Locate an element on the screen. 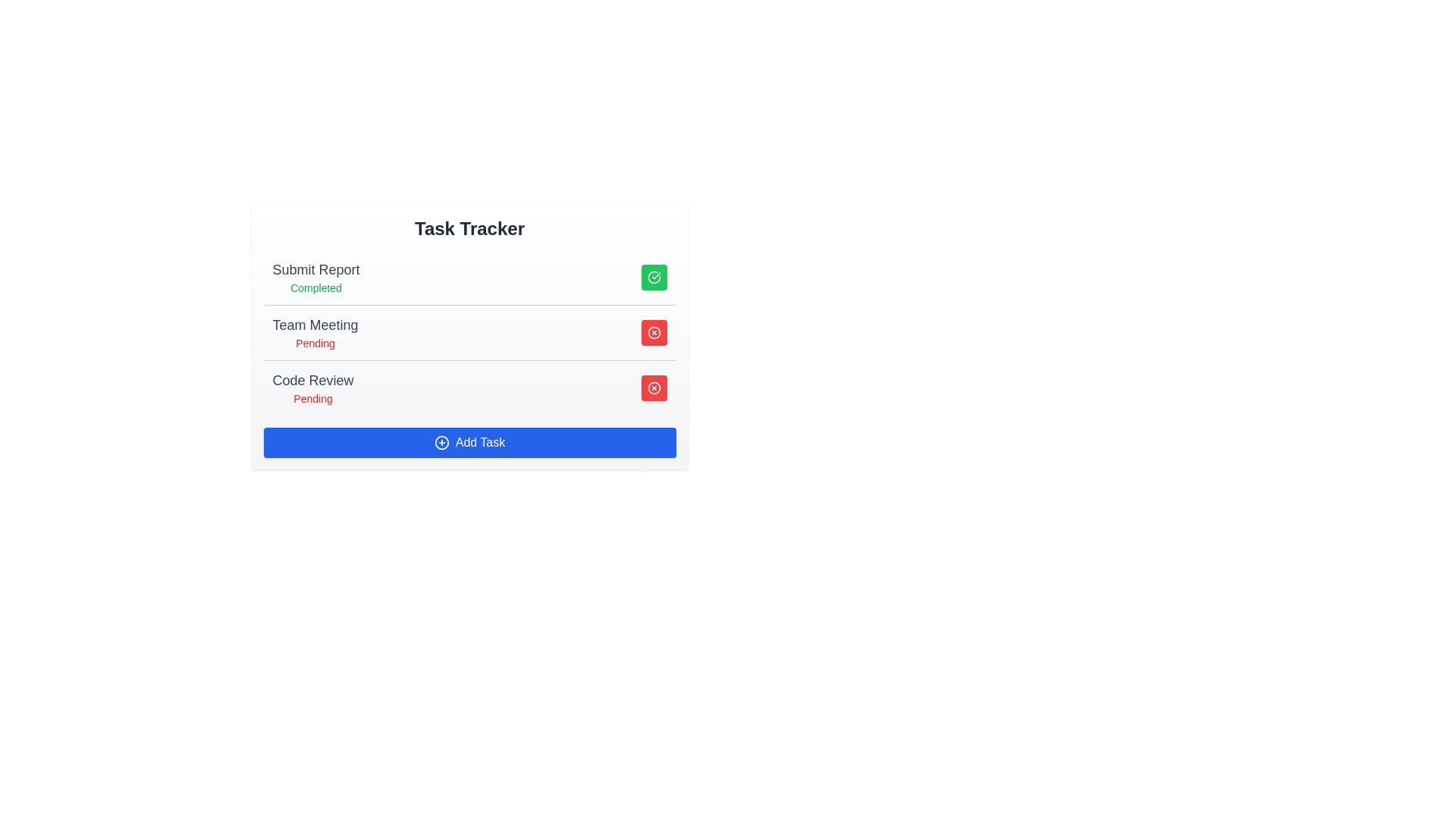  text content of the 'Code Review' label, which is a medium-sized gray text prominently displayed in the third row of the task list in the 'Task Tracker' interface is located at coordinates (312, 379).